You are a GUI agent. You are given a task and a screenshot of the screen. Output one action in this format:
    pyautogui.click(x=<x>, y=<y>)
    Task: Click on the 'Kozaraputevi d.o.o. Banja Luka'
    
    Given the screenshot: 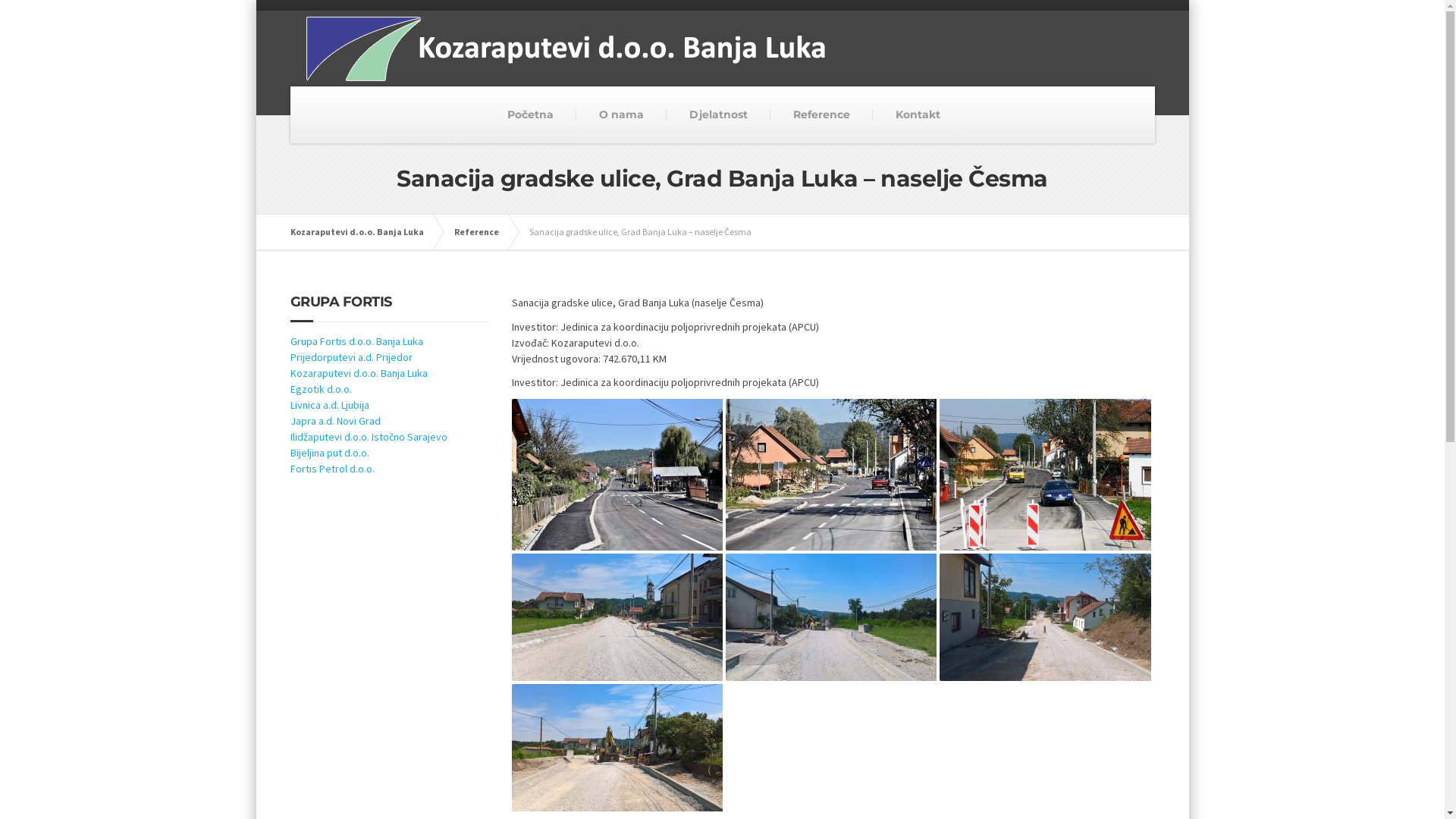 What is the action you would take?
    pyautogui.click(x=364, y=231)
    